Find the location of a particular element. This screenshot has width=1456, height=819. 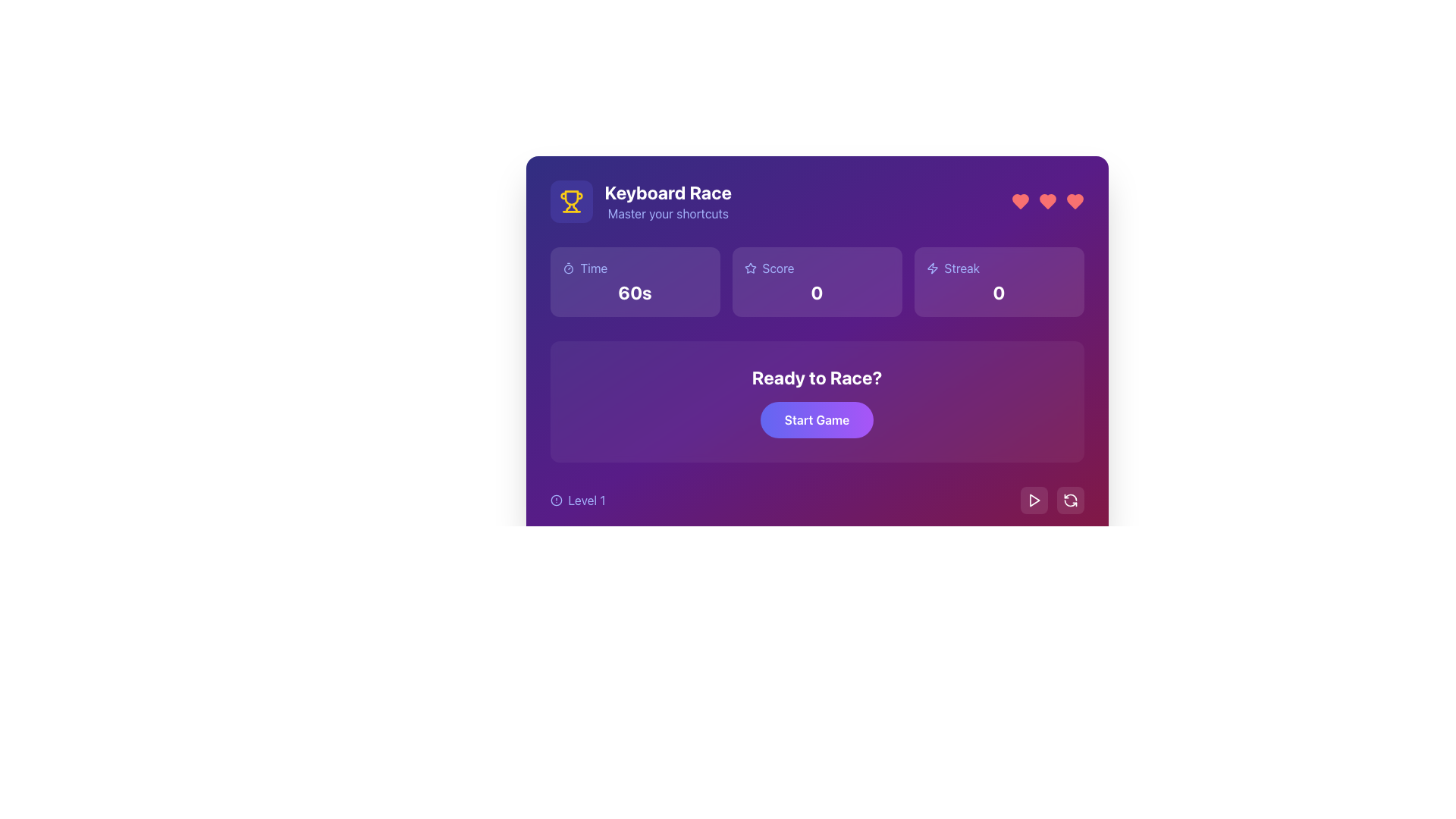

the Text display that shows the remaining or total time in seconds, positioned as the first card in a grid layout, to the left of the 'Score' and 'Streak' cards is located at coordinates (635, 281).